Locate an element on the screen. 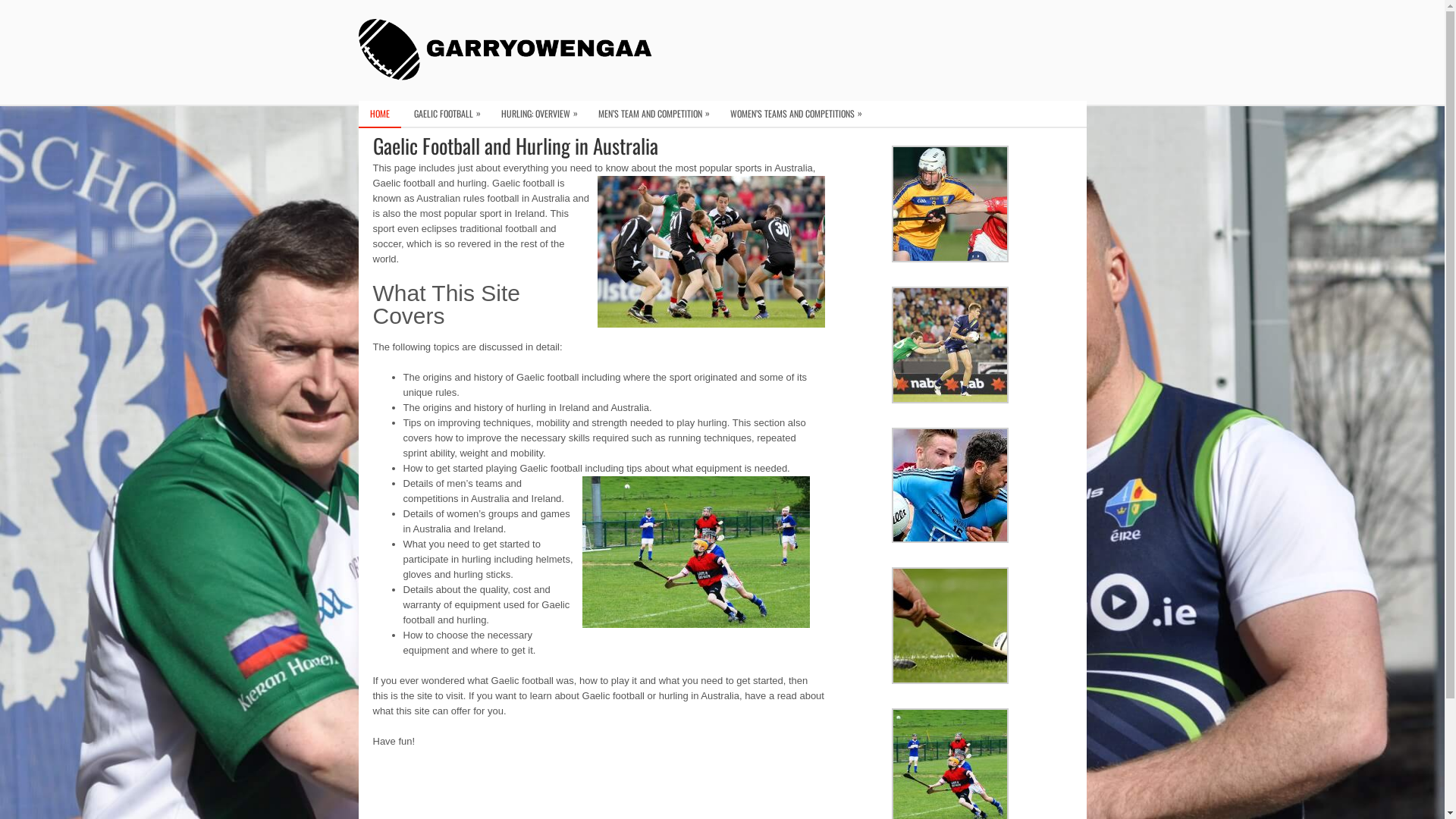 This screenshot has width=1456, height=819. 'garryowengaa.com.au' is located at coordinates (510, 49).